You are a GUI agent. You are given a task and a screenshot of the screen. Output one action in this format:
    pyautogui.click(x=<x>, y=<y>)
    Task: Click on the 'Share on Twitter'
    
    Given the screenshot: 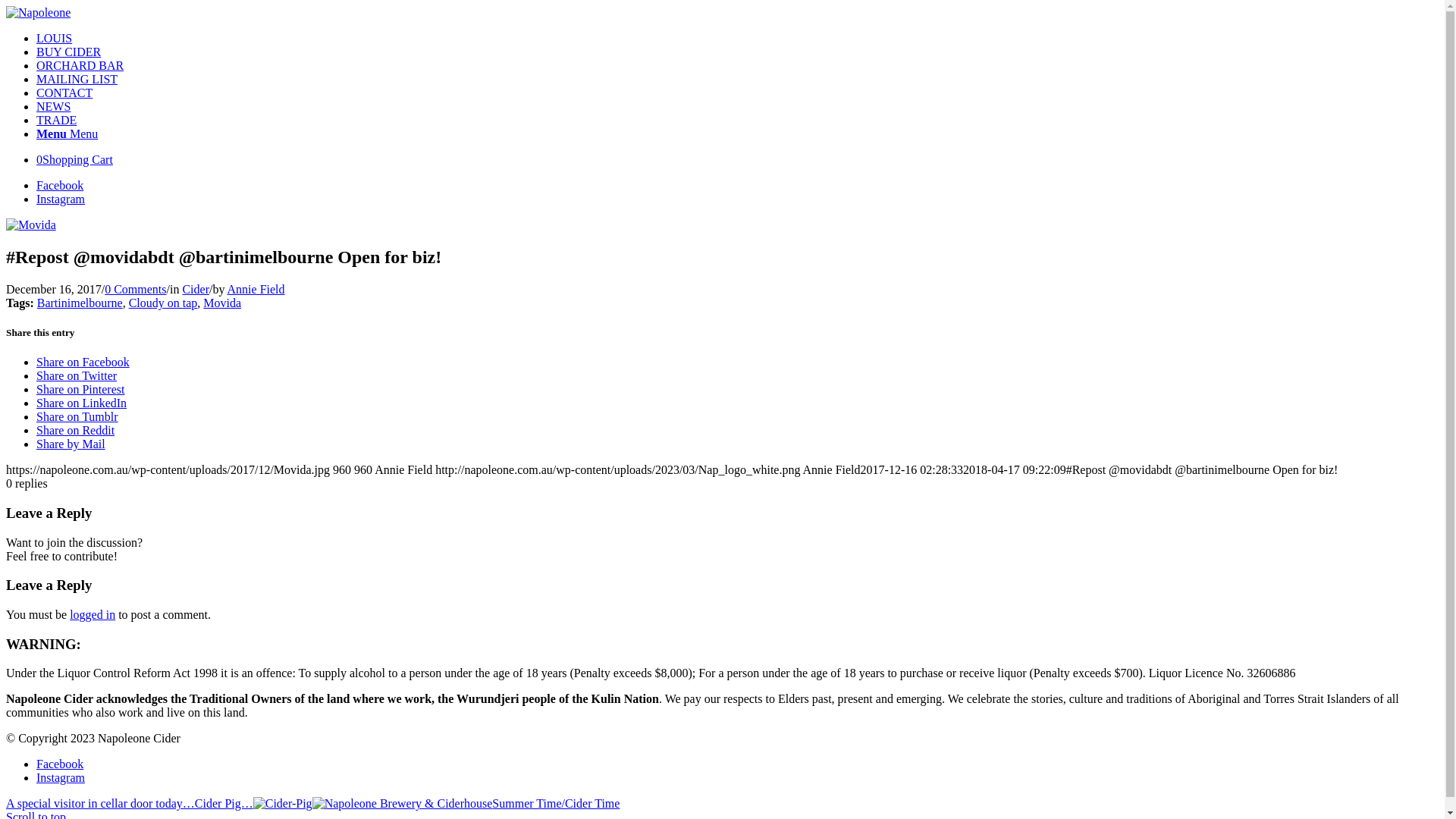 What is the action you would take?
    pyautogui.click(x=75, y=375)
    